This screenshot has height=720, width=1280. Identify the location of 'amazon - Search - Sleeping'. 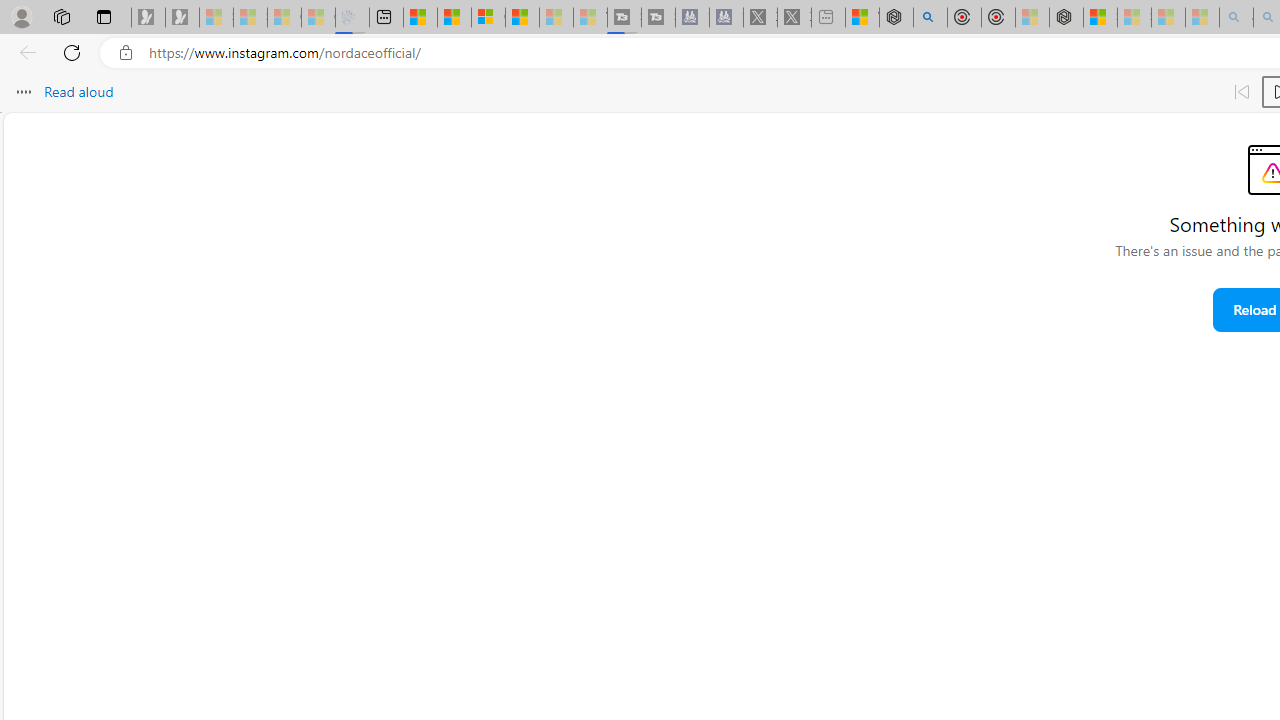
(1235, 17).